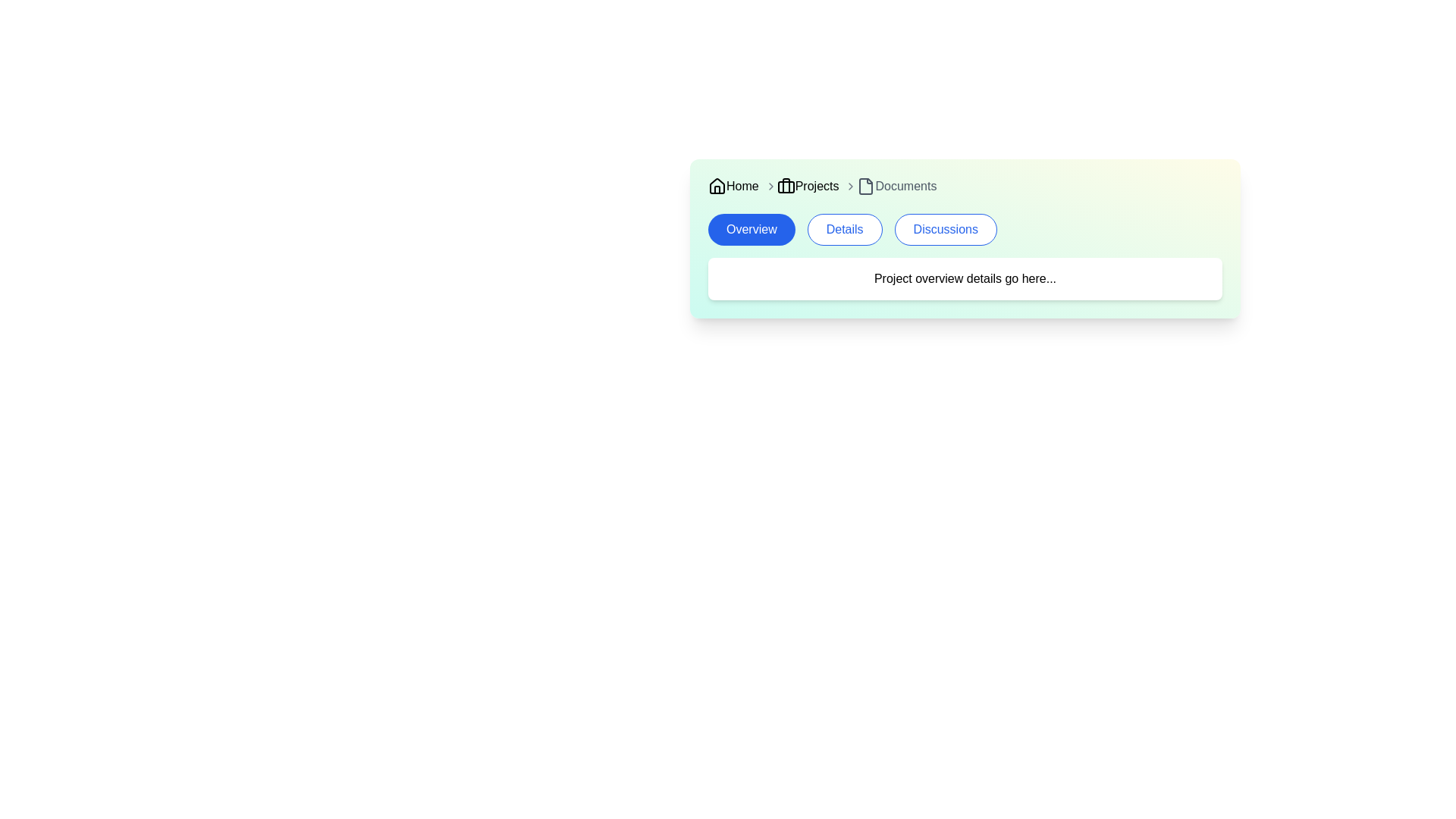 The image size is (1456, 819). Describe the element at coordinates (786, 186) in the screenshot. I see `the 'Projects' section icon, which is part of the breadcrumb navigation represented by a stylized briefcase icon` at that location.